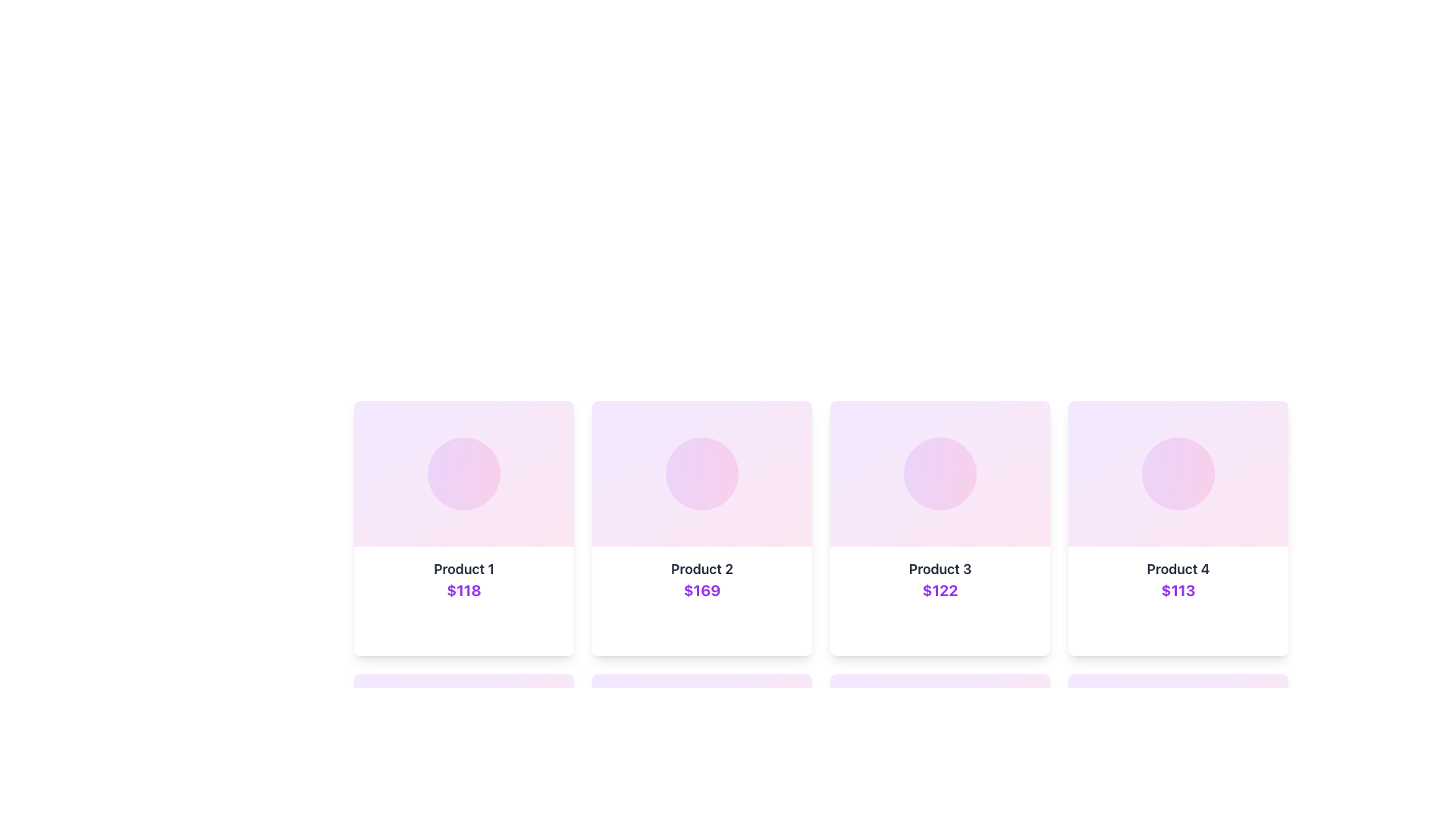 The image size is (1456, 819). I want to click on the 'Product 4' text label element which is styled in bold, larger dark gray font, located centrally at the bottom of the fourth product card on a light purple background, so click(1178, 570).